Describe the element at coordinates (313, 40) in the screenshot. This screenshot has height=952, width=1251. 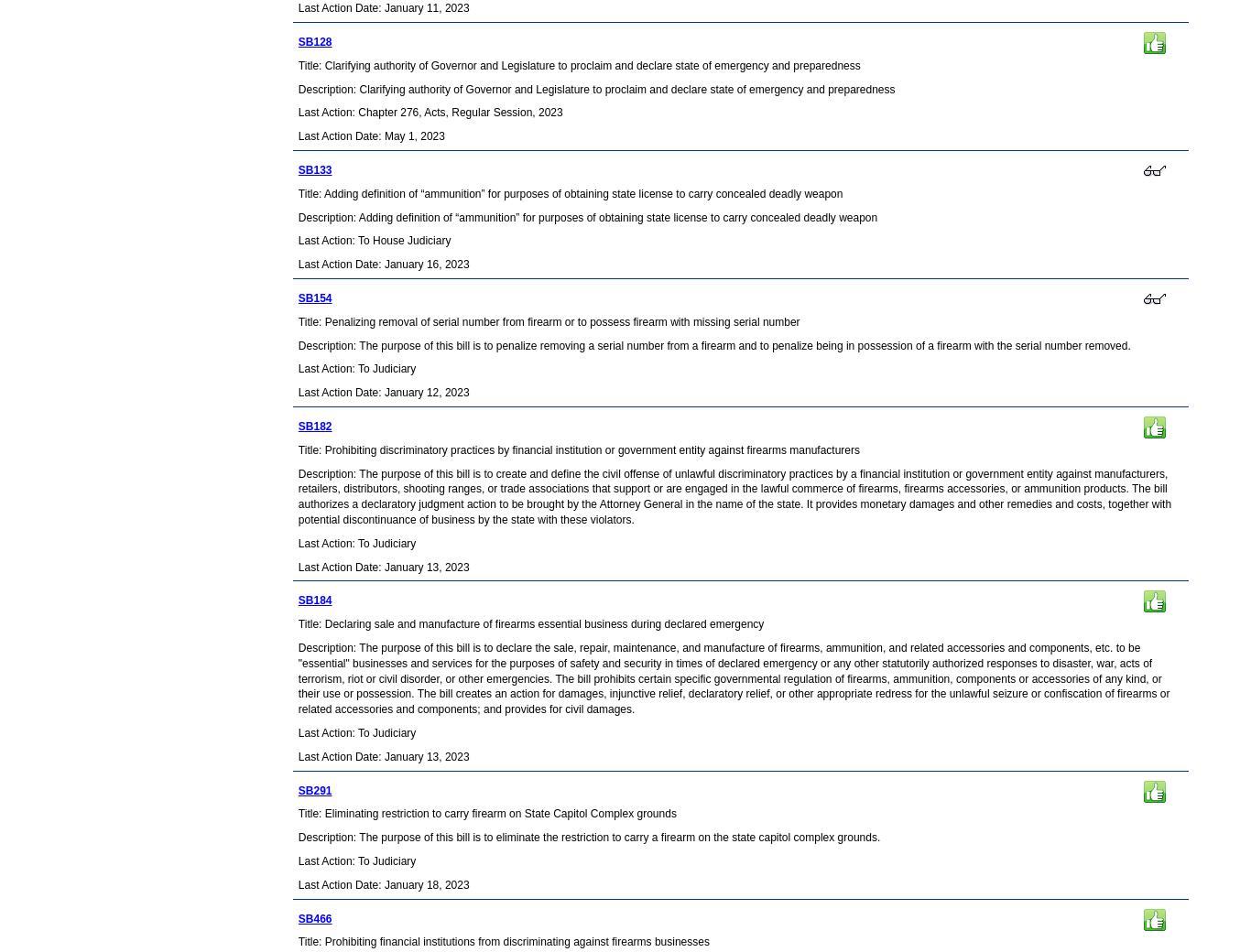
I see `'SB128'` at that location.